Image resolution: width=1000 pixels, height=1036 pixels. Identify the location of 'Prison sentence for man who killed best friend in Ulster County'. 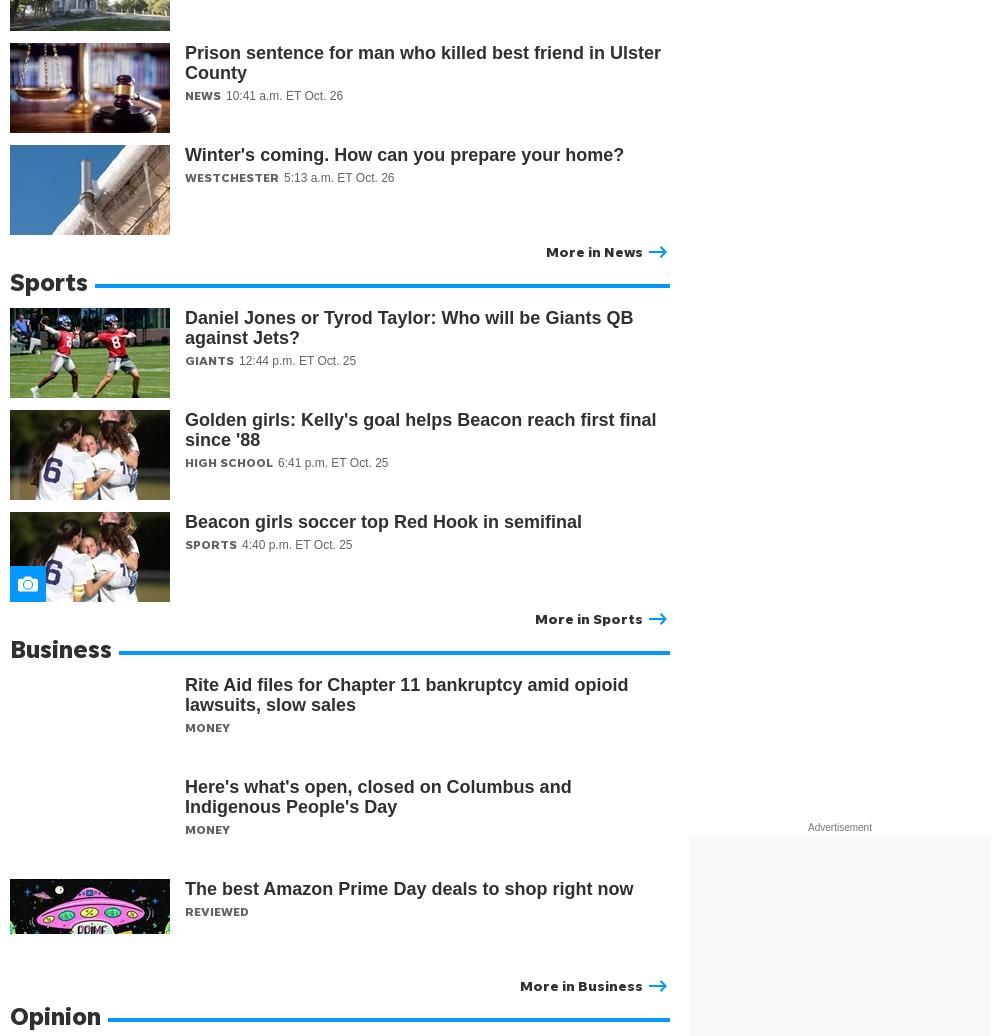
(423, 62).